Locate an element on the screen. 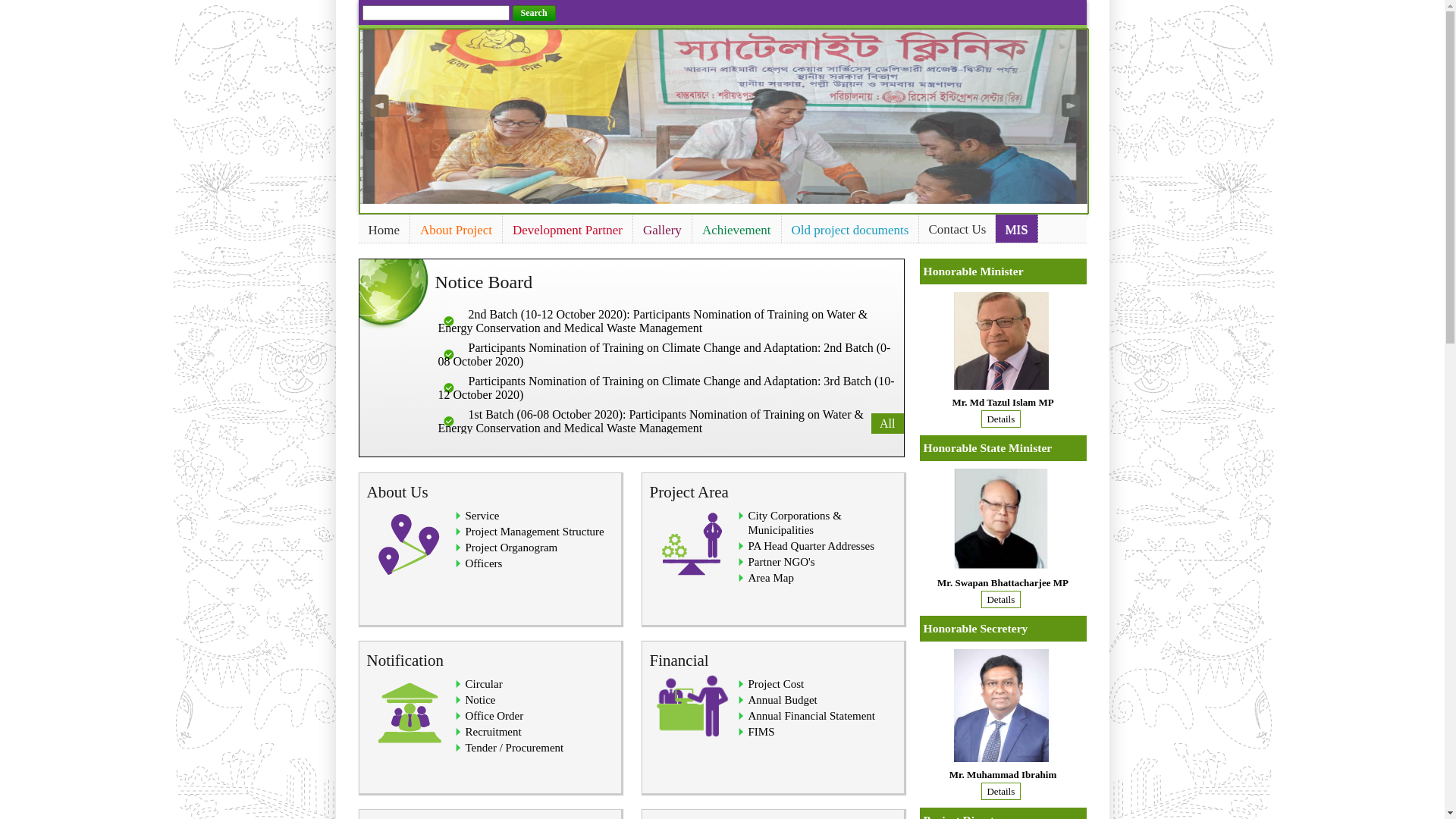  'Area Map' is located at coordinates (747, 578).